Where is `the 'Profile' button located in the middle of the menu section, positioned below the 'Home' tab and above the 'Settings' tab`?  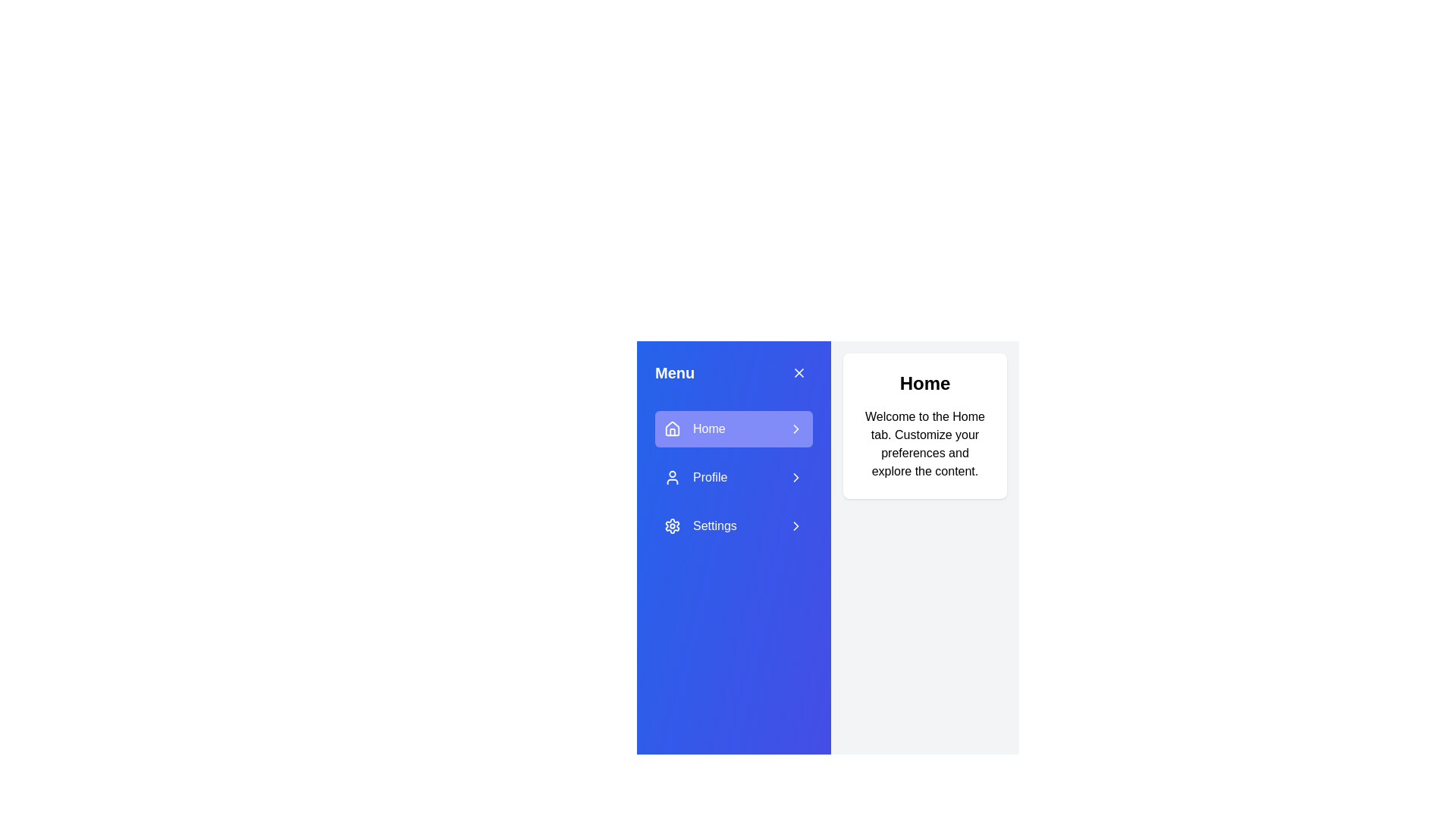 the 'Profile' button located in the middle of the menu section, positioned below the 'Home' tab and above the 'Settings' tab is located at coordinates (734, 476).